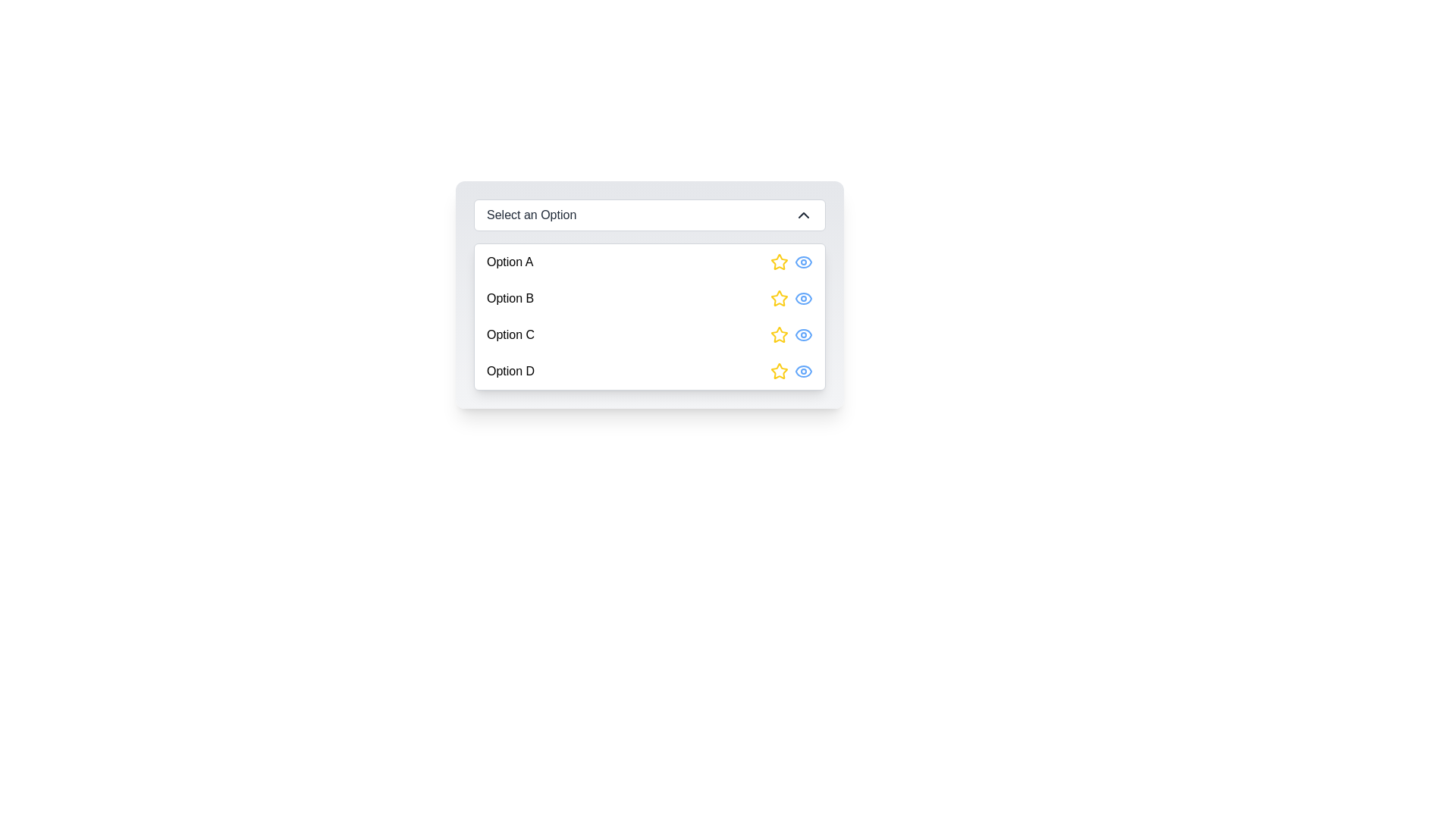 This screenshot has height=819, width=1456. Describe the element at coordinates (779, 298) in the screenshot. I see `the star-shaped icon with a yellow outline, which is aligned with the text 'Option B'` at that location.